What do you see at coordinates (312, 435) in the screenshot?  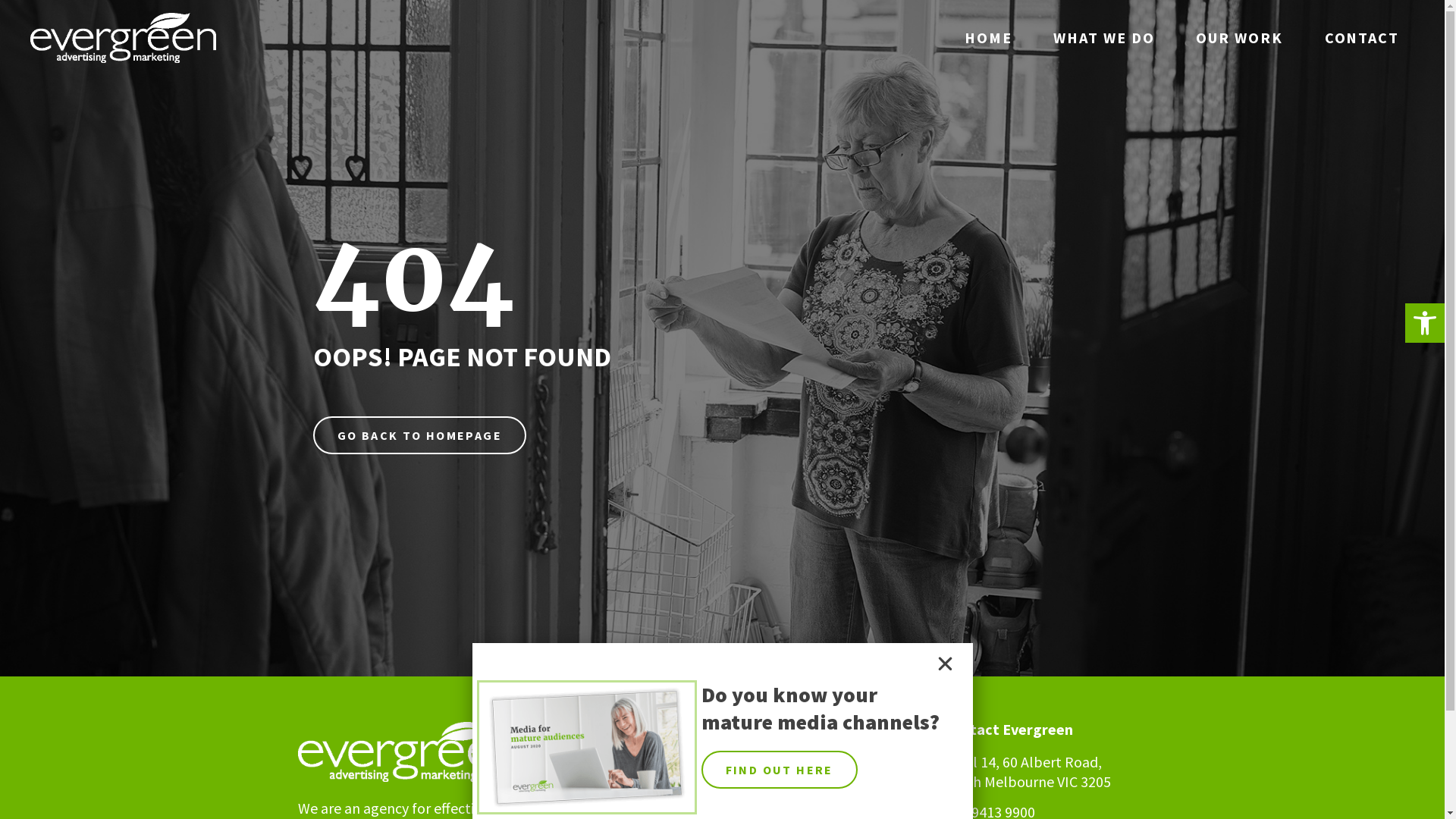 I see `'GO BACK TO HOMEPAGE'` at bounding box center [312, 435].